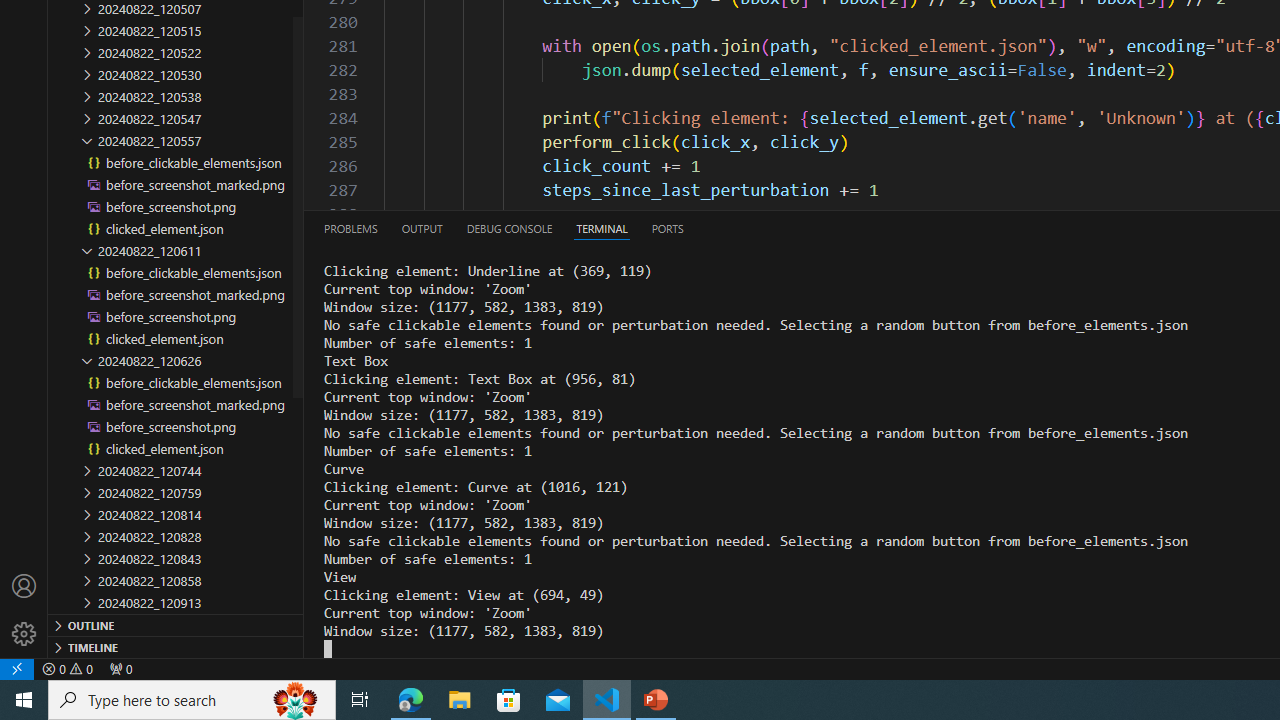 The image size is (1280, 720). I want to click on 'Debug Console (Ctrl+Shift+Y)', so click(509, 227).